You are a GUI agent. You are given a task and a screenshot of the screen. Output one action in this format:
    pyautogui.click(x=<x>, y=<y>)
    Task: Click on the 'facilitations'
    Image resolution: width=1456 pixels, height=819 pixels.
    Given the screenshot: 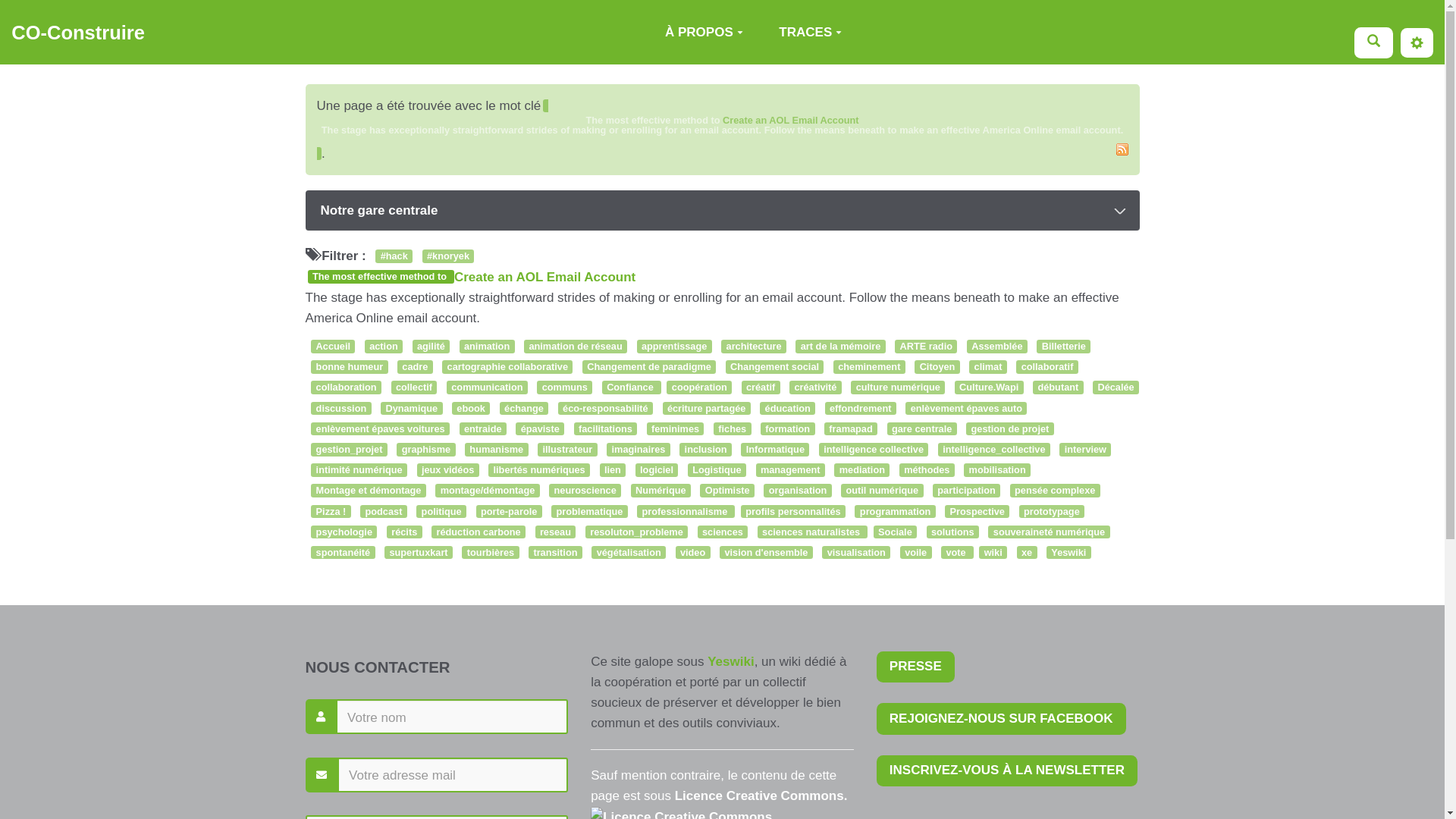 What is the action you would take?
    pyautogui.click(x=604, y=429)
    